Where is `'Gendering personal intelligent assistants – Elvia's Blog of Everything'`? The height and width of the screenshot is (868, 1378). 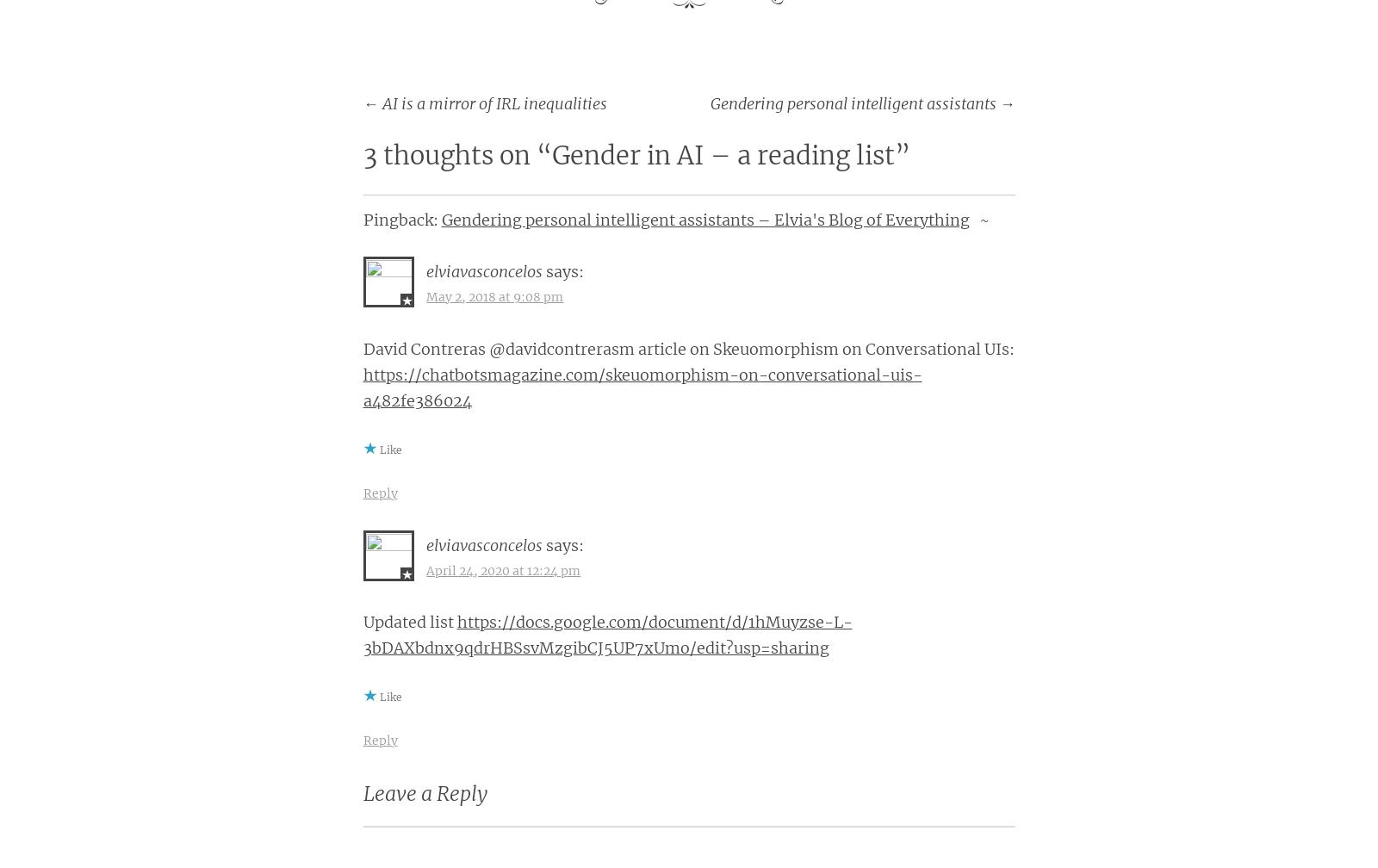 'Gendering personal intelligent assistants – Elvia's Blog of Everything' is located at coordinates (704, 220).